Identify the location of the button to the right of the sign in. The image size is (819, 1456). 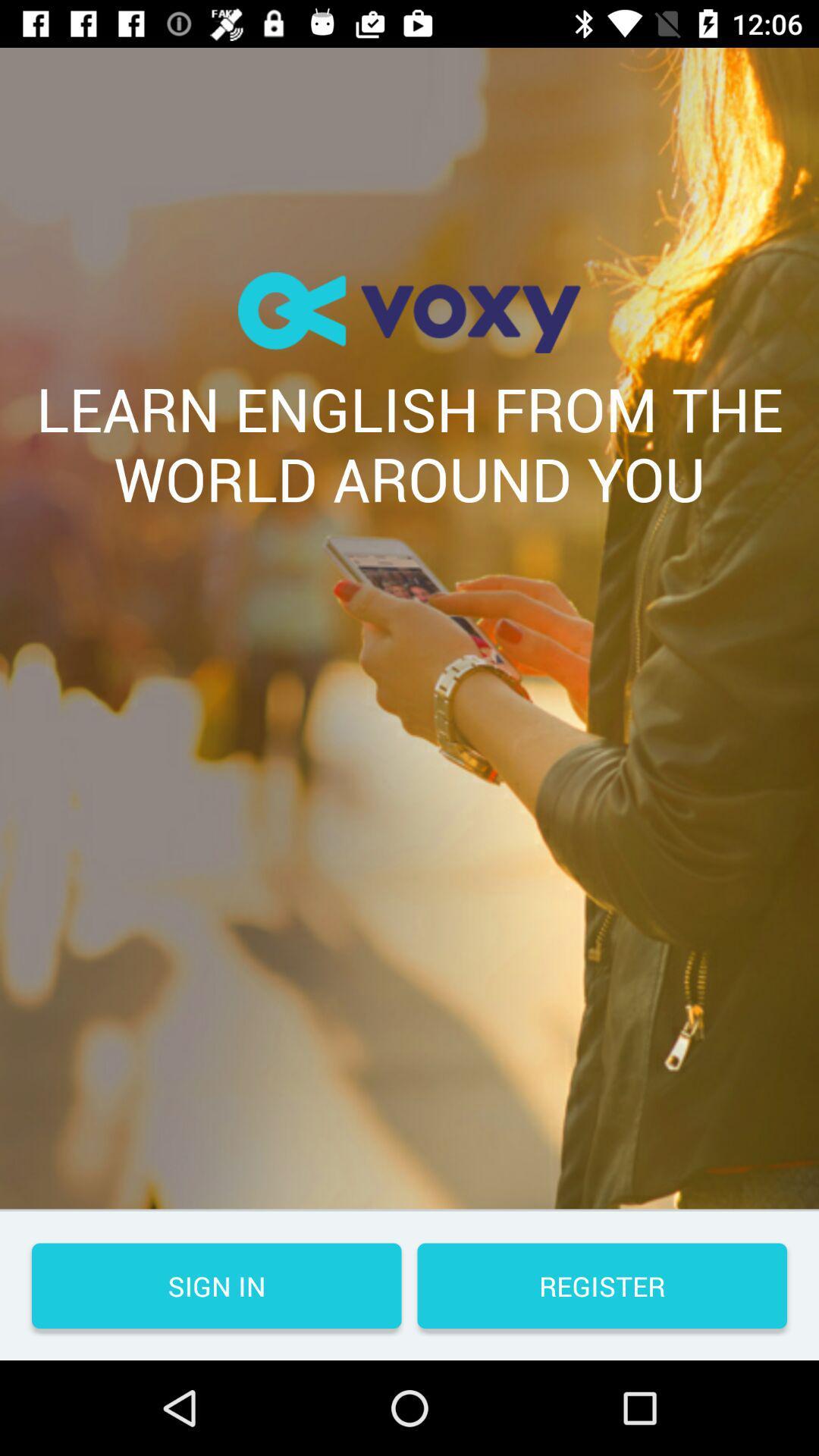
(601, 1285).